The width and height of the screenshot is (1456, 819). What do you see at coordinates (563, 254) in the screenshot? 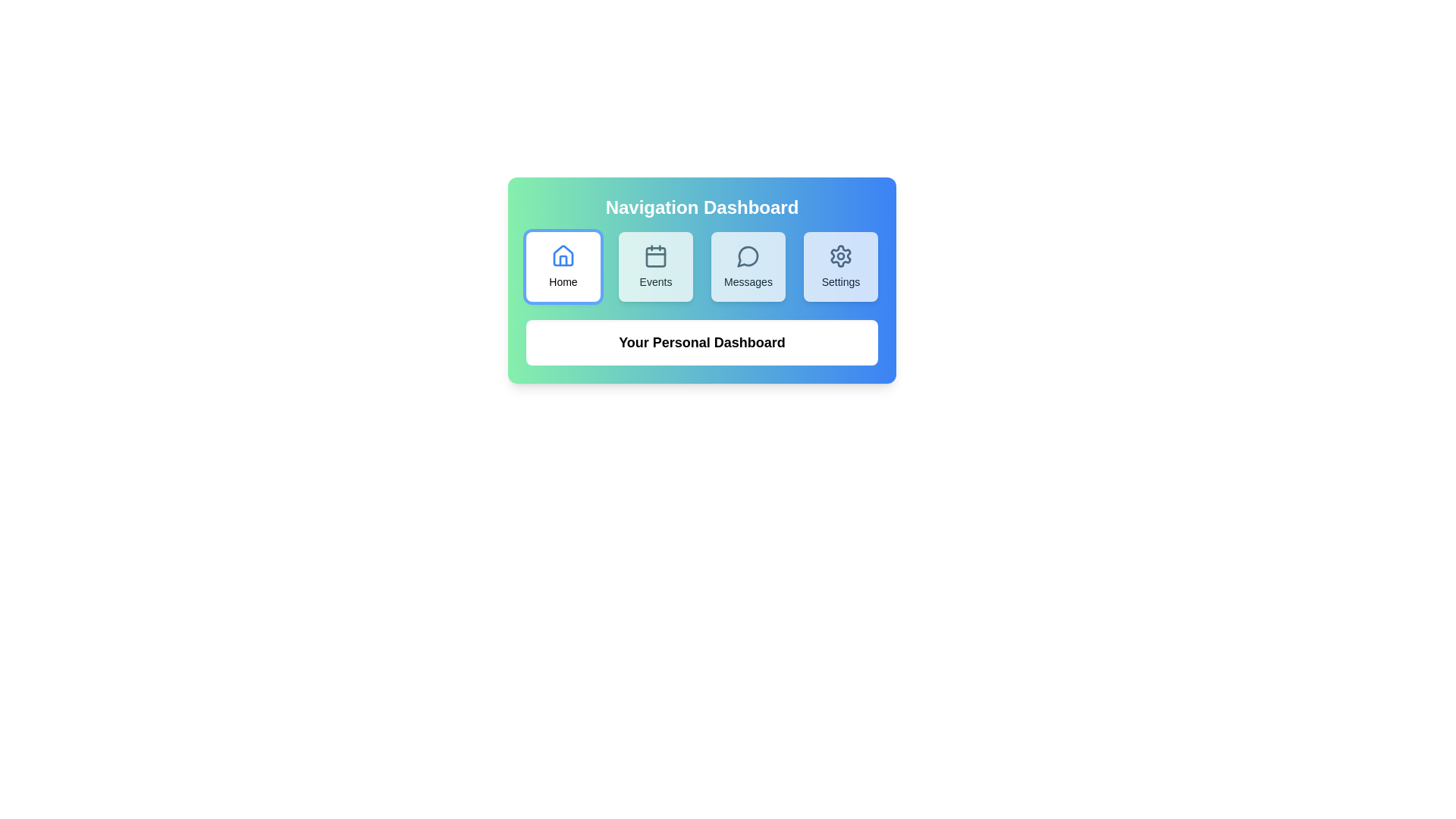
I see `the house icon located inside the 'Home' button in the navigation dashboard, which features a triangular roof and a blue color with a stroke outline` at bounding box center [563, 254].